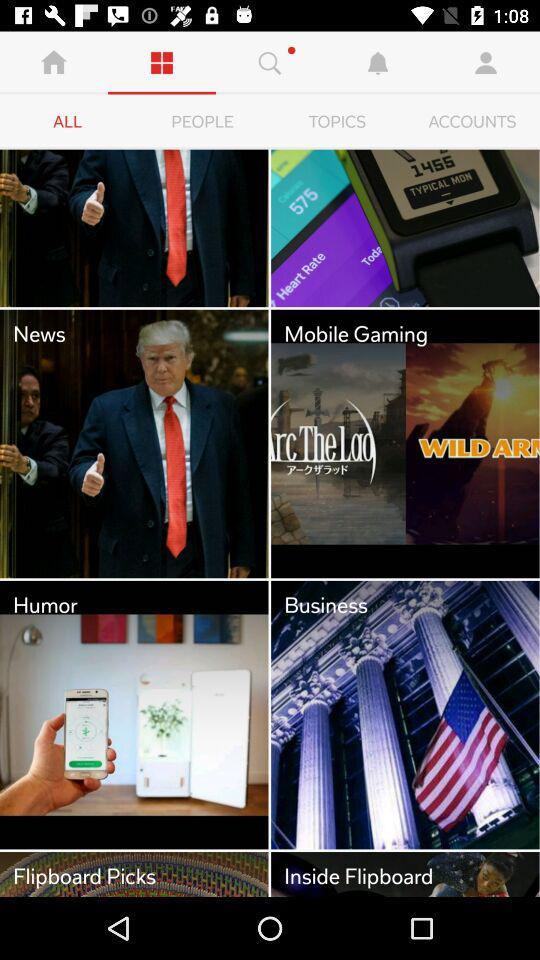 This screenshot has width=540, height=960. I want to click on the button which is next to the search, so click(378, 63).